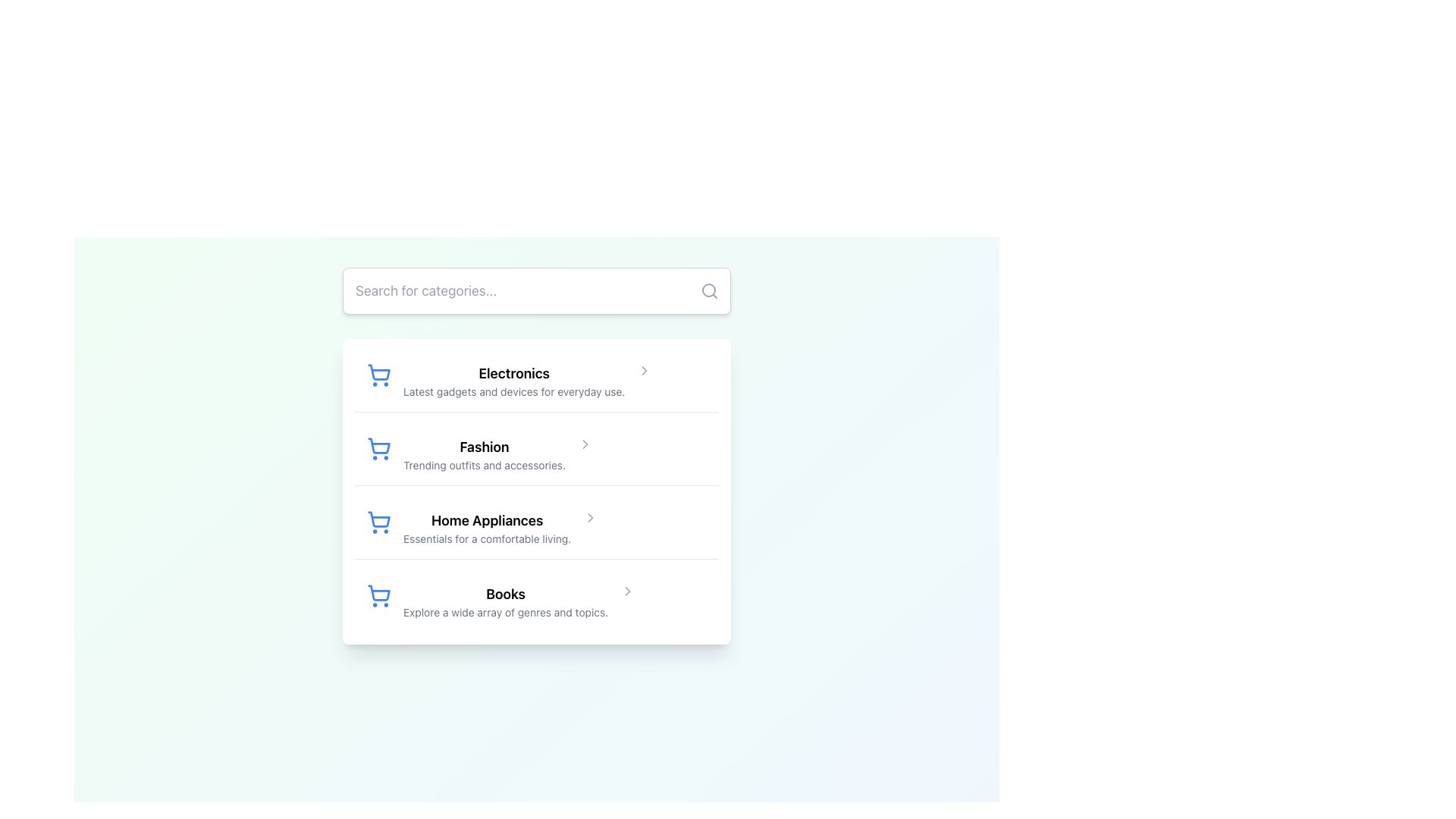 This screenshot has width=1456, height=819. I want to click on the search icon, which is a gray outlined magnifying glass symbol located on the far right inside the horizontal search bar, to initiate the search, so click(709, 291).